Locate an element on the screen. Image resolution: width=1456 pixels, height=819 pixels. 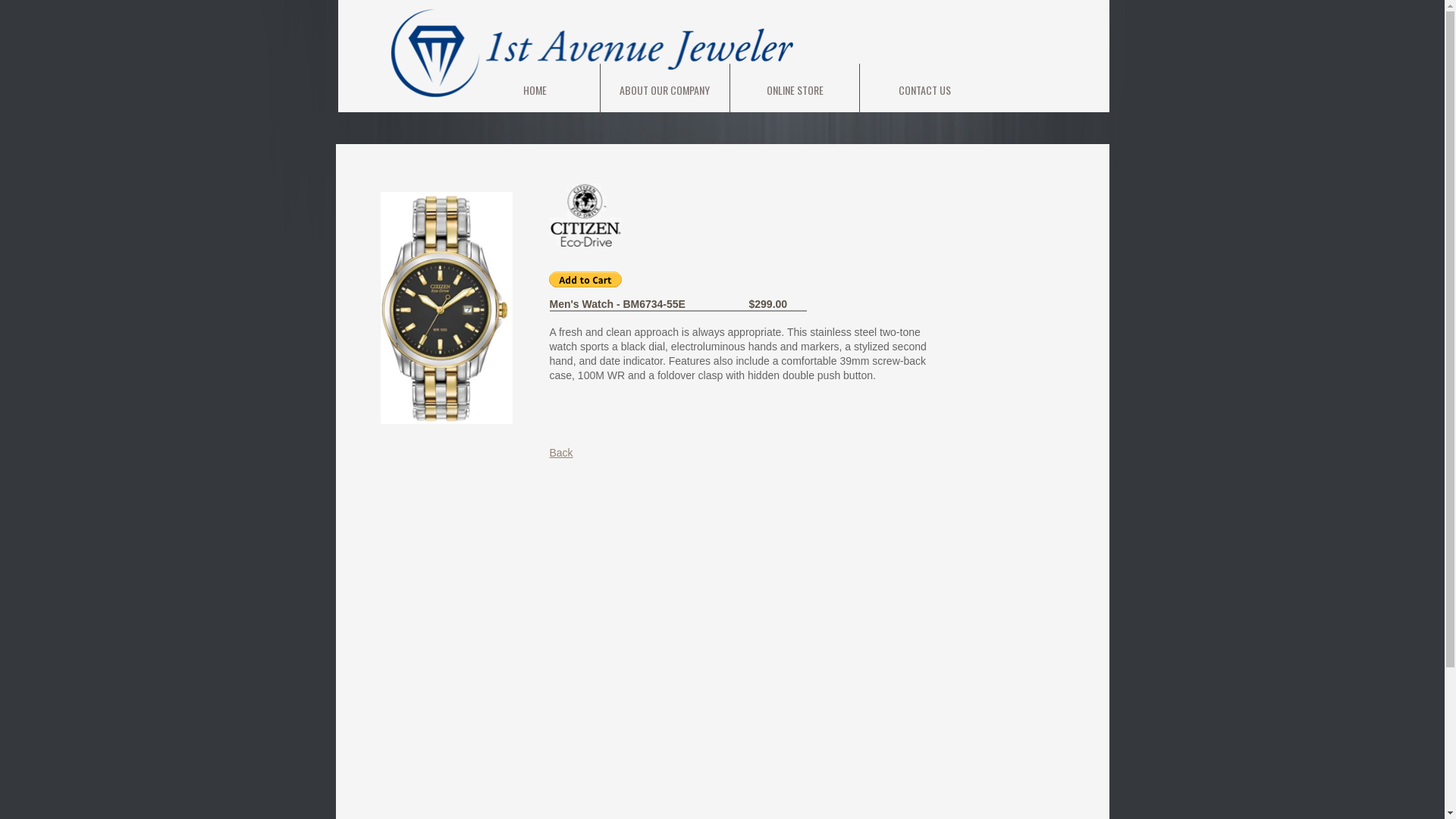
'ONLINE STORE' is located at coordinates (794, 89).